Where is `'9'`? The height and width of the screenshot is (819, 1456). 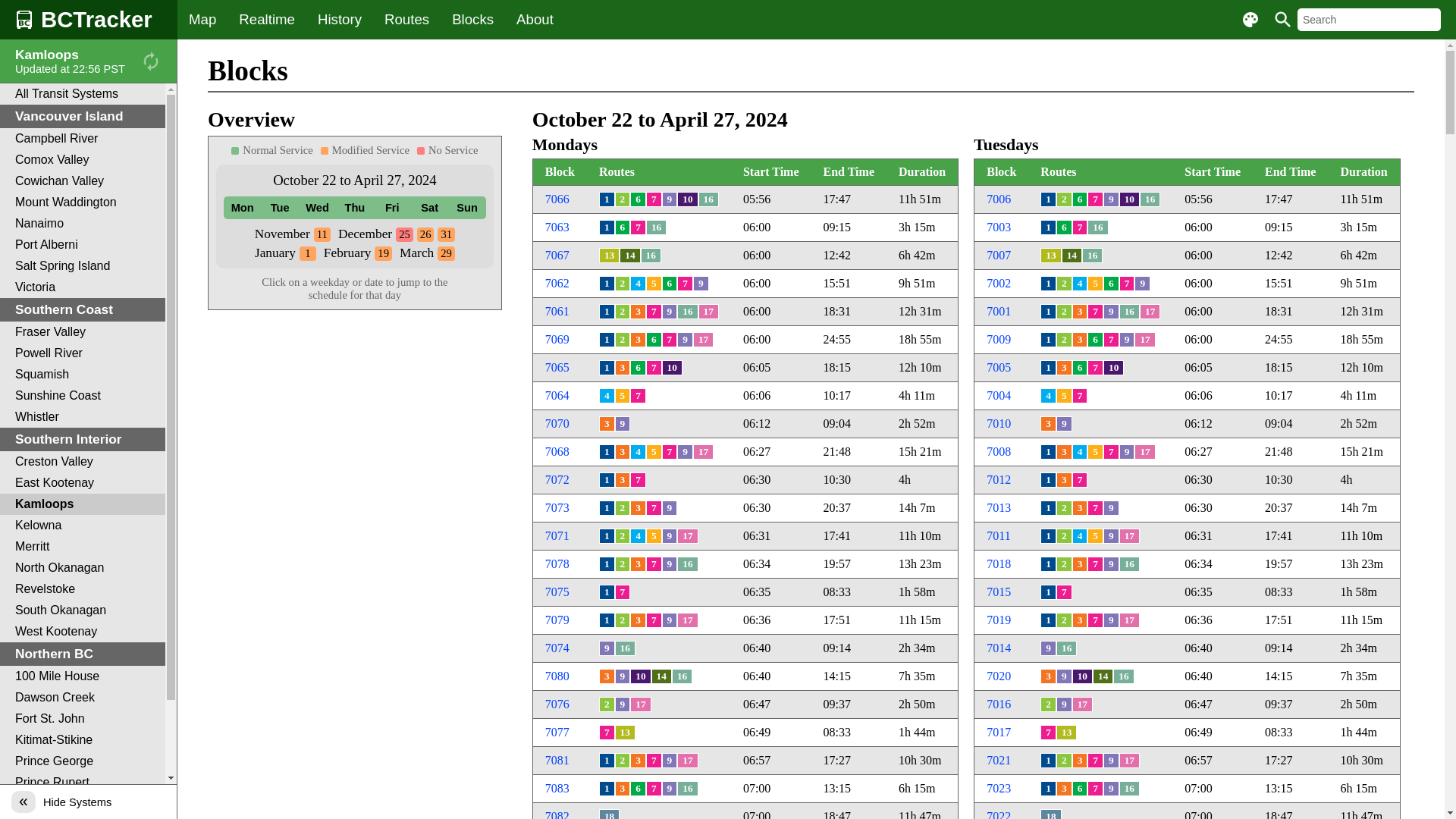
'9' is located at coordinates (1111, 508).